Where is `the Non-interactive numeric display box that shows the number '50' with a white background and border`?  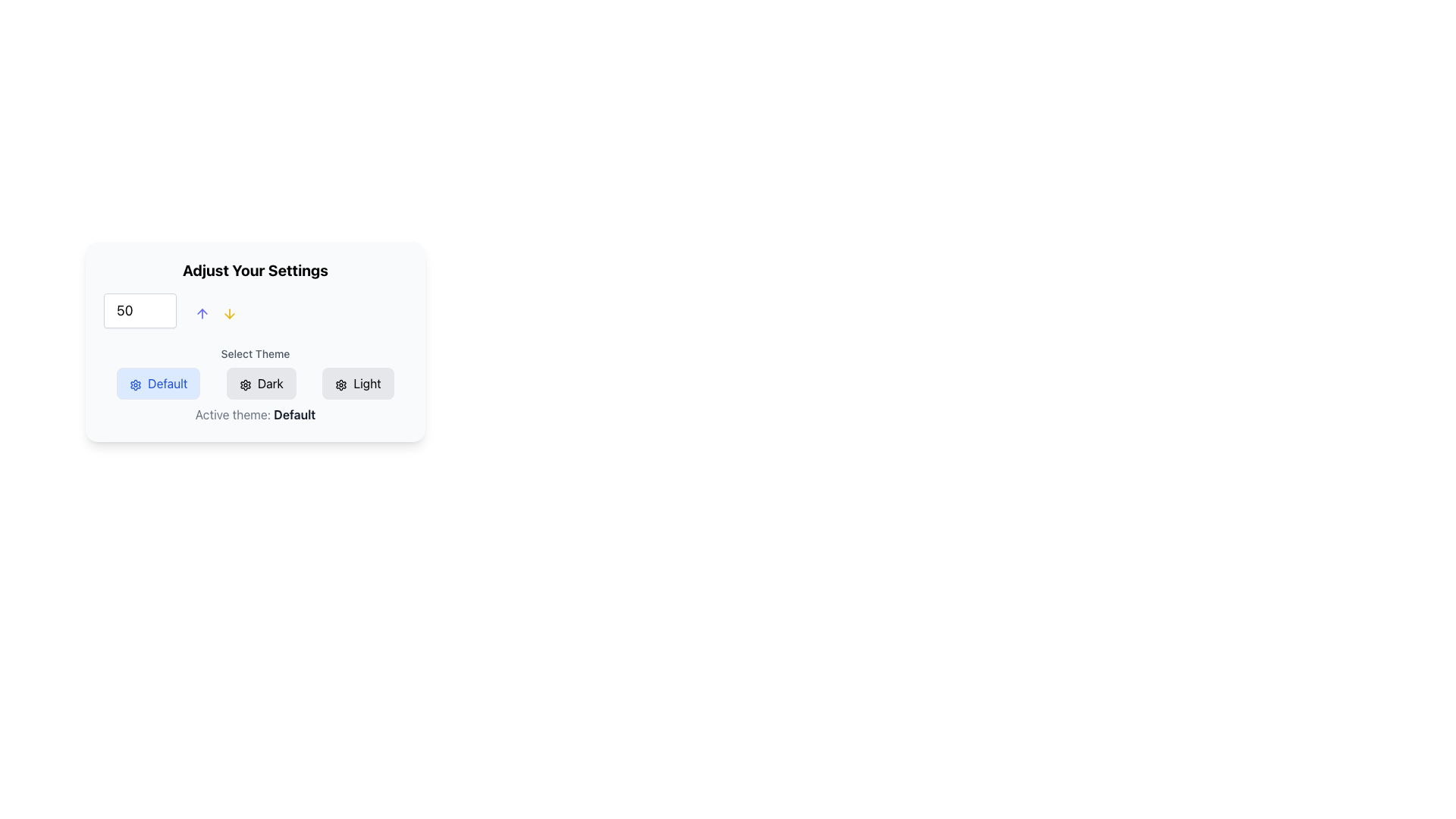 the Non-interactive numeric display box that shows the number '50' with a white background and border is located at coordinates (140, 309).